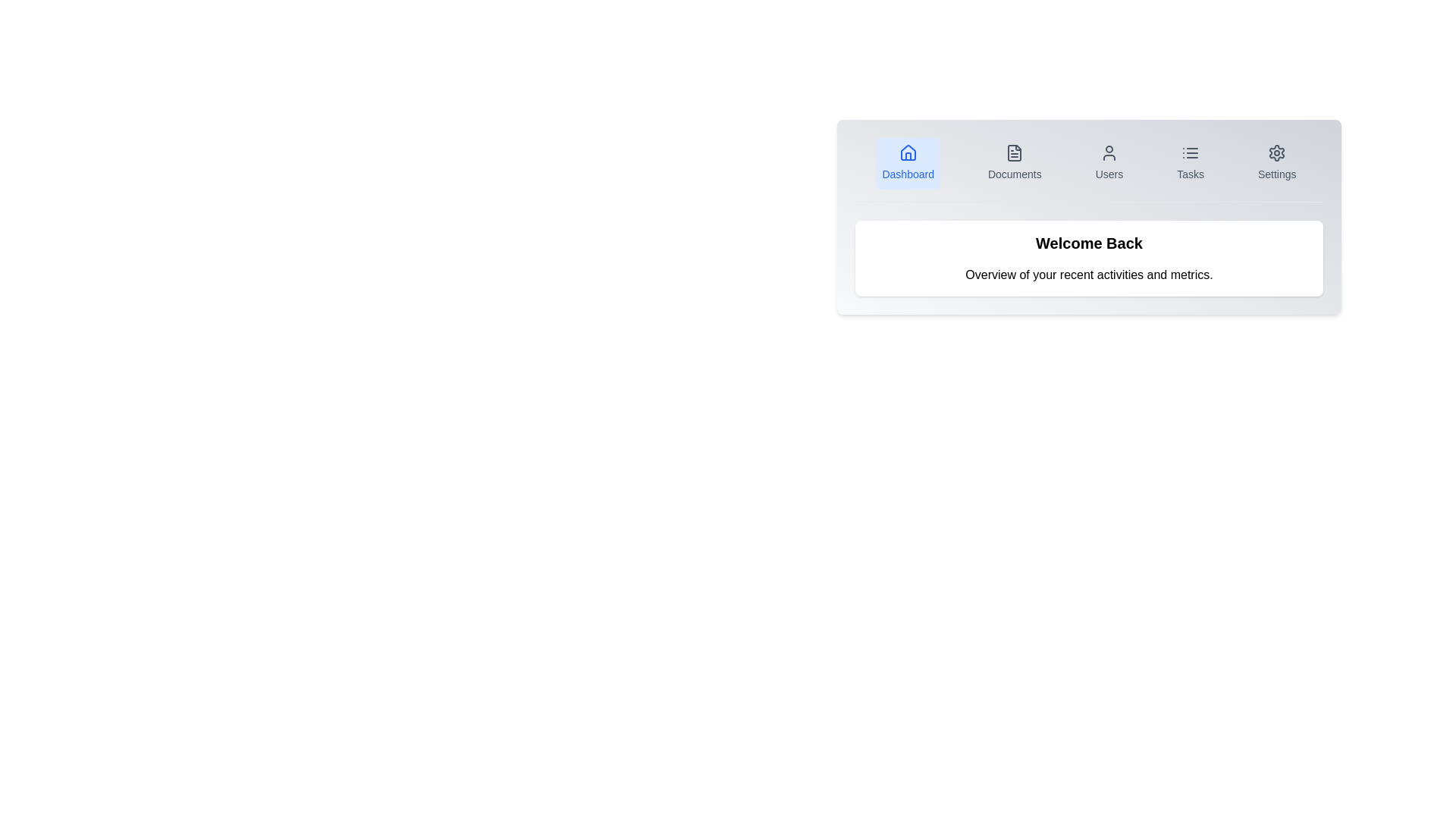  What do you see at coordinates (1189, 164) in the screenshot?
I see `the 'Tasks' button, which is a vertically-oriented icon and text combination in the navigation bar, located fourth in the sequence of items` at bounding box center [1189, 164].